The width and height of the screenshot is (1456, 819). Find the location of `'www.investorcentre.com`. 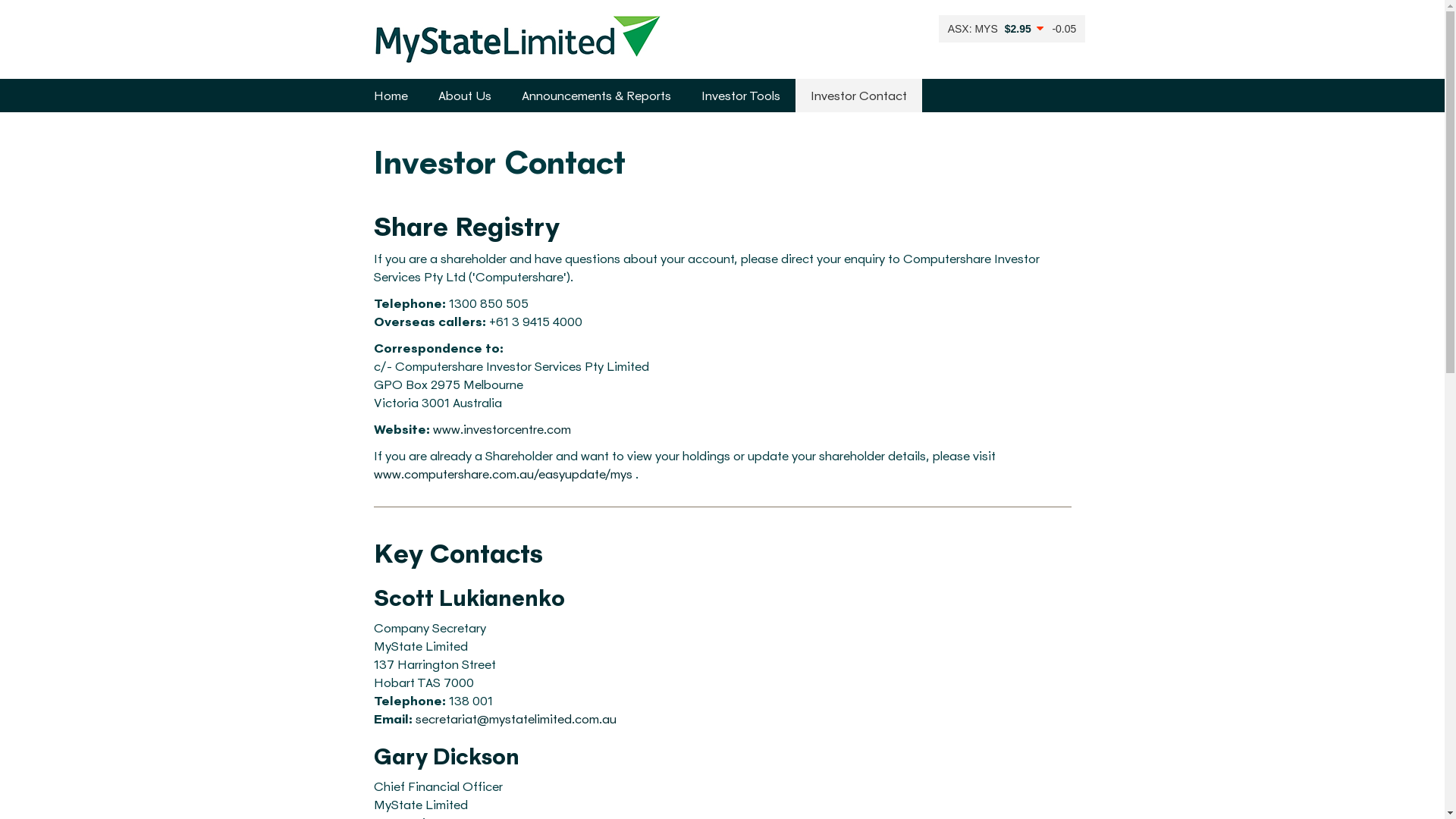

'www.investorcentre.com is located at coordinates (501, 428).